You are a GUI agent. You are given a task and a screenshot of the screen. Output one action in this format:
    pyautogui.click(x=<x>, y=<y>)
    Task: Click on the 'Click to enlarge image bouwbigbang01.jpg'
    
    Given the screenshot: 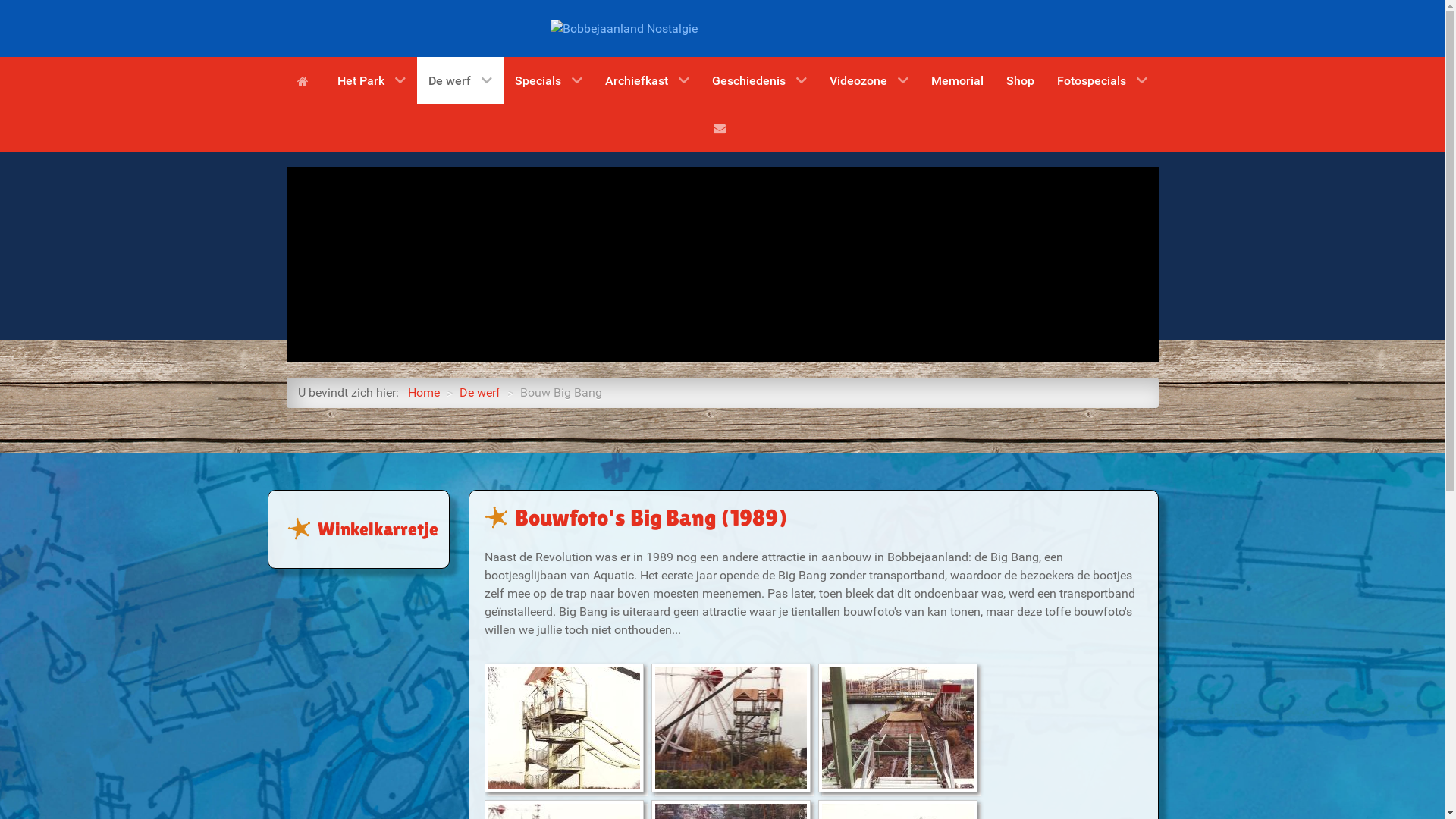 What is the action you would take?
    pyautogui.click(x=563, y=727)
    